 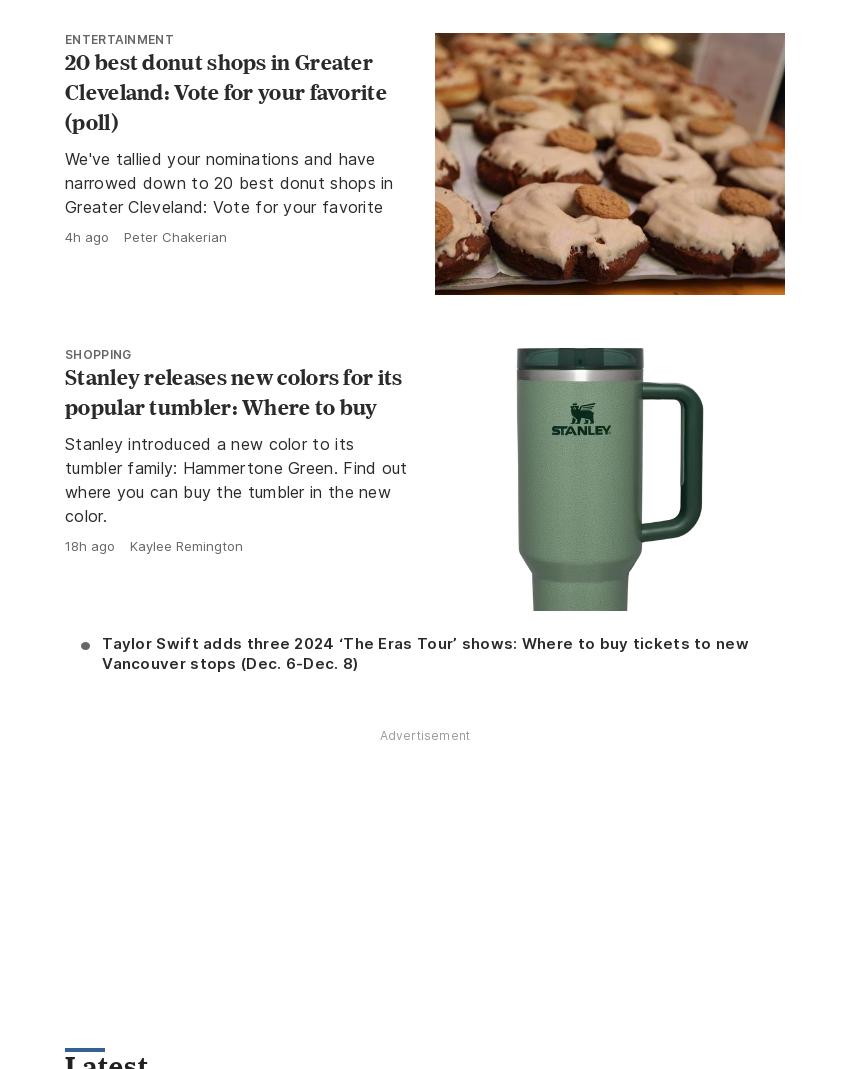 I want to click on 'We've tallied your nominations and have narrowed down to 20 best donut shops in Greater Cleveland: Vote for your favorite', so click(x=228, y=182).